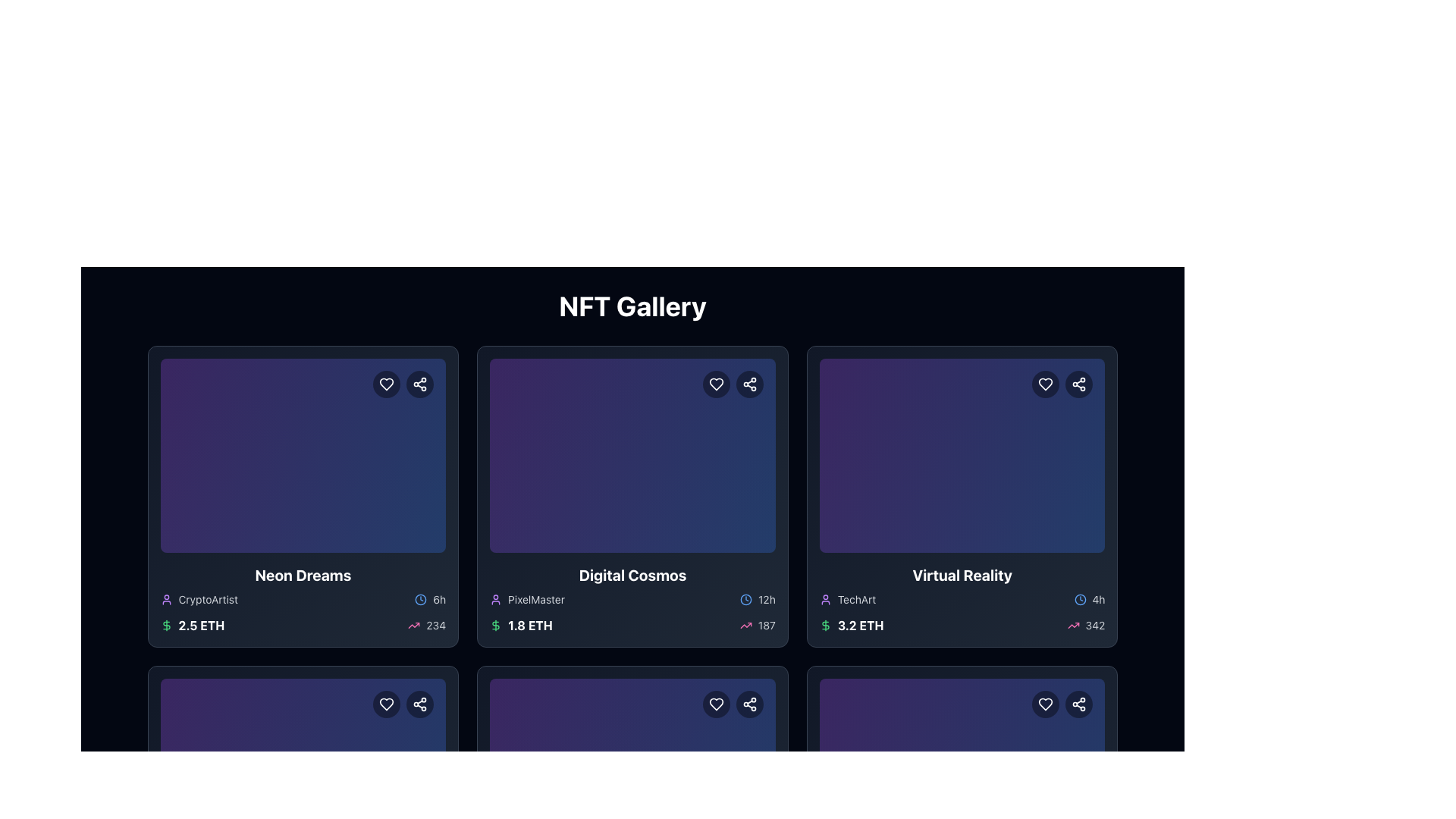  Describe the element at coordinates (521, 626) in the screenshot. I see `the text label displaying the price or cost associated with the item located in the second card from the left in the top row of the grid layout, positioned below the username 'PixelMaster'` at that location.